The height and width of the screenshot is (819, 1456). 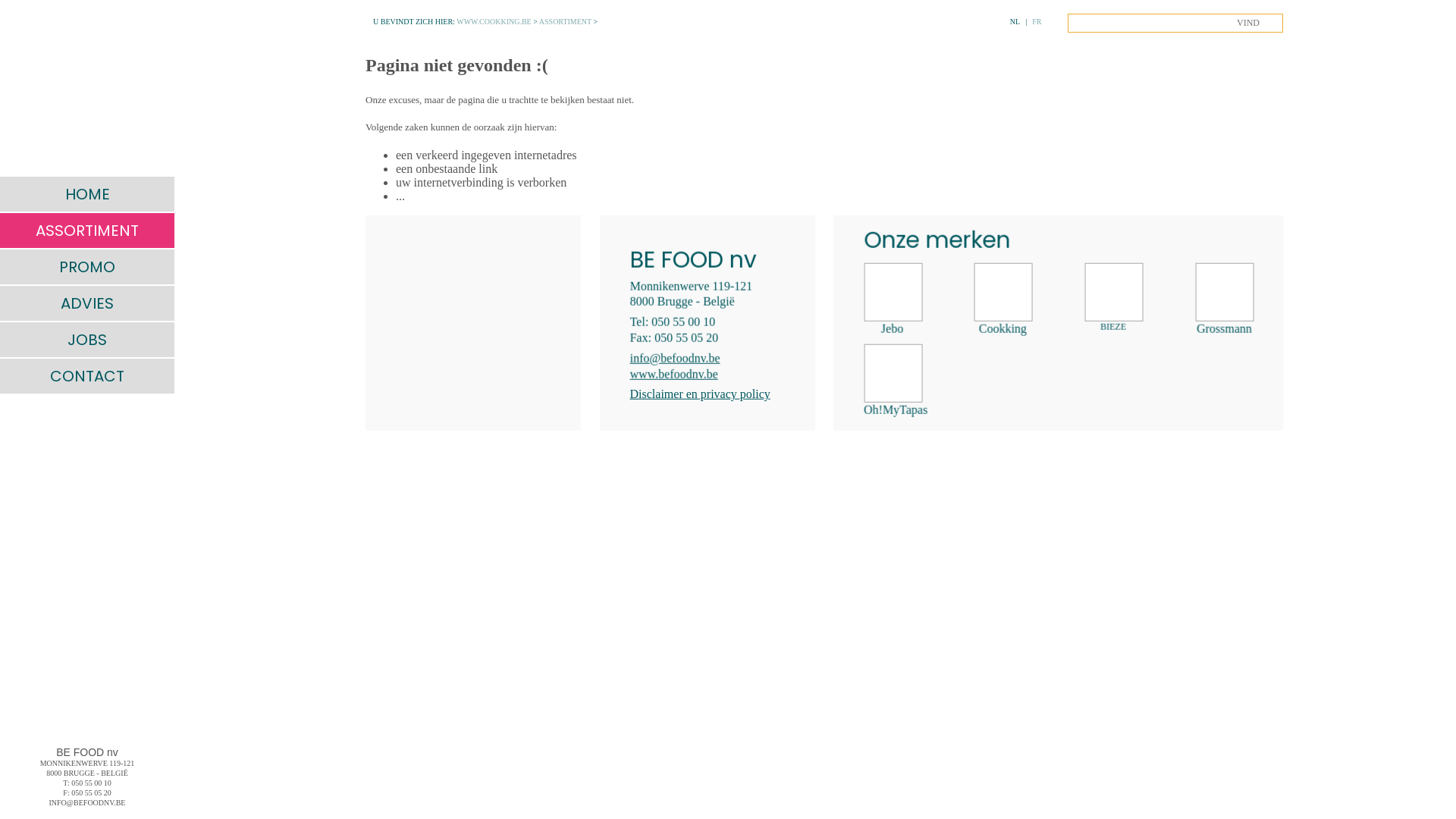 I want to click on ' Grossmann', so click(x=1195, y=299).